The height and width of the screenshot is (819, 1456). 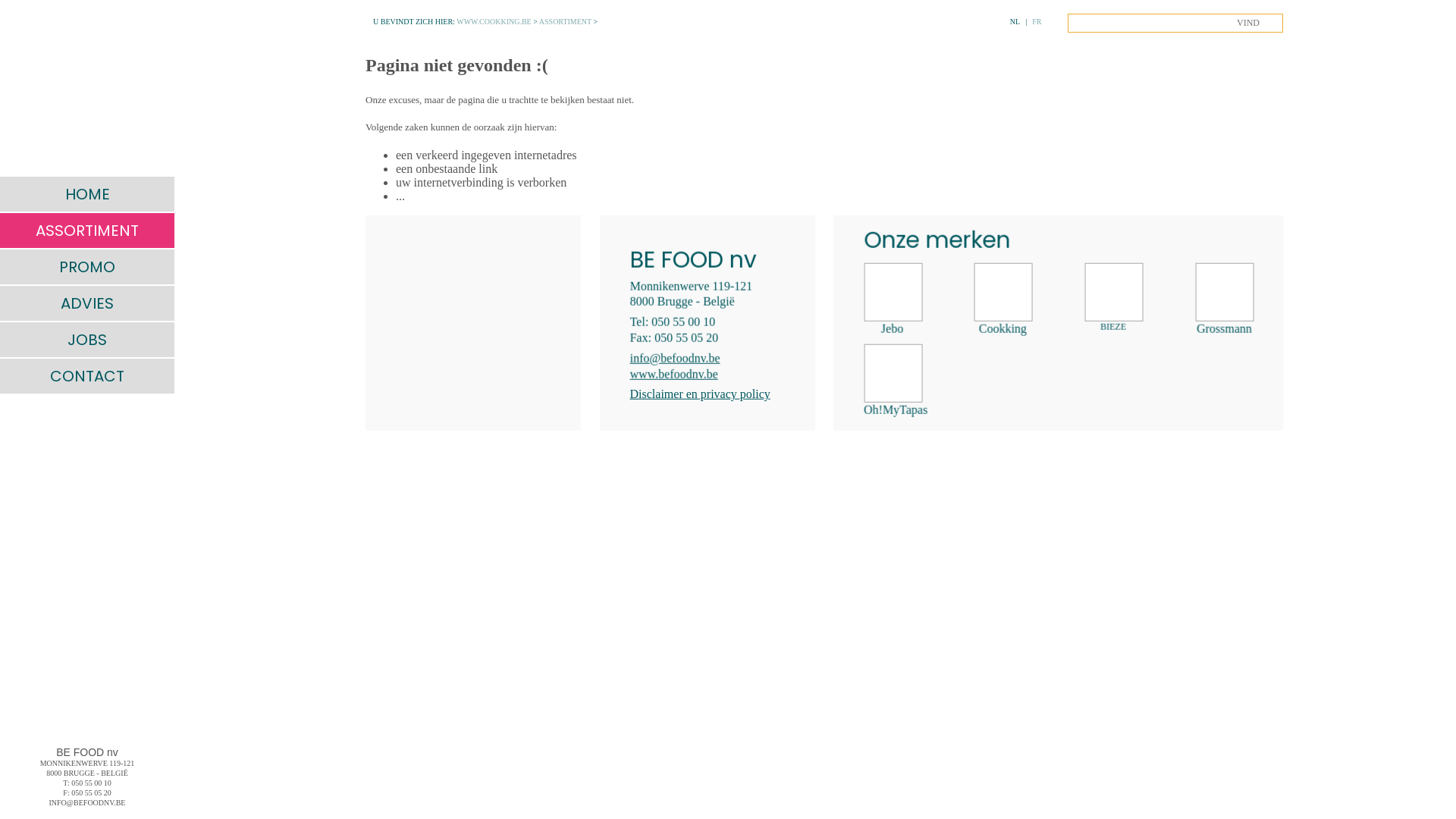 I want to click on ' Grossmann', so click(x=1195, y=299).